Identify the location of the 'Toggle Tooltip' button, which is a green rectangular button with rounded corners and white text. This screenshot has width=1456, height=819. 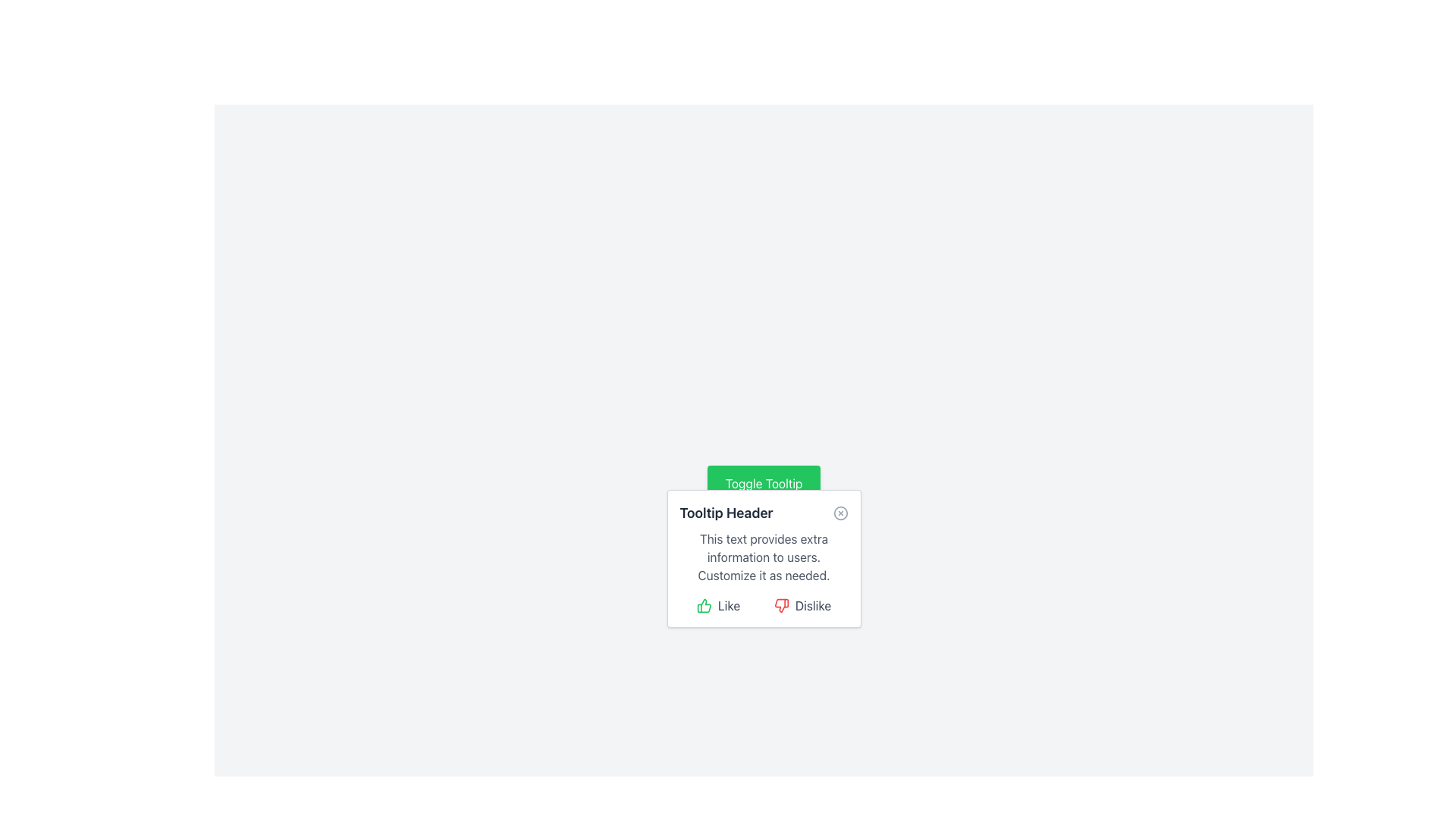
(764, 483).